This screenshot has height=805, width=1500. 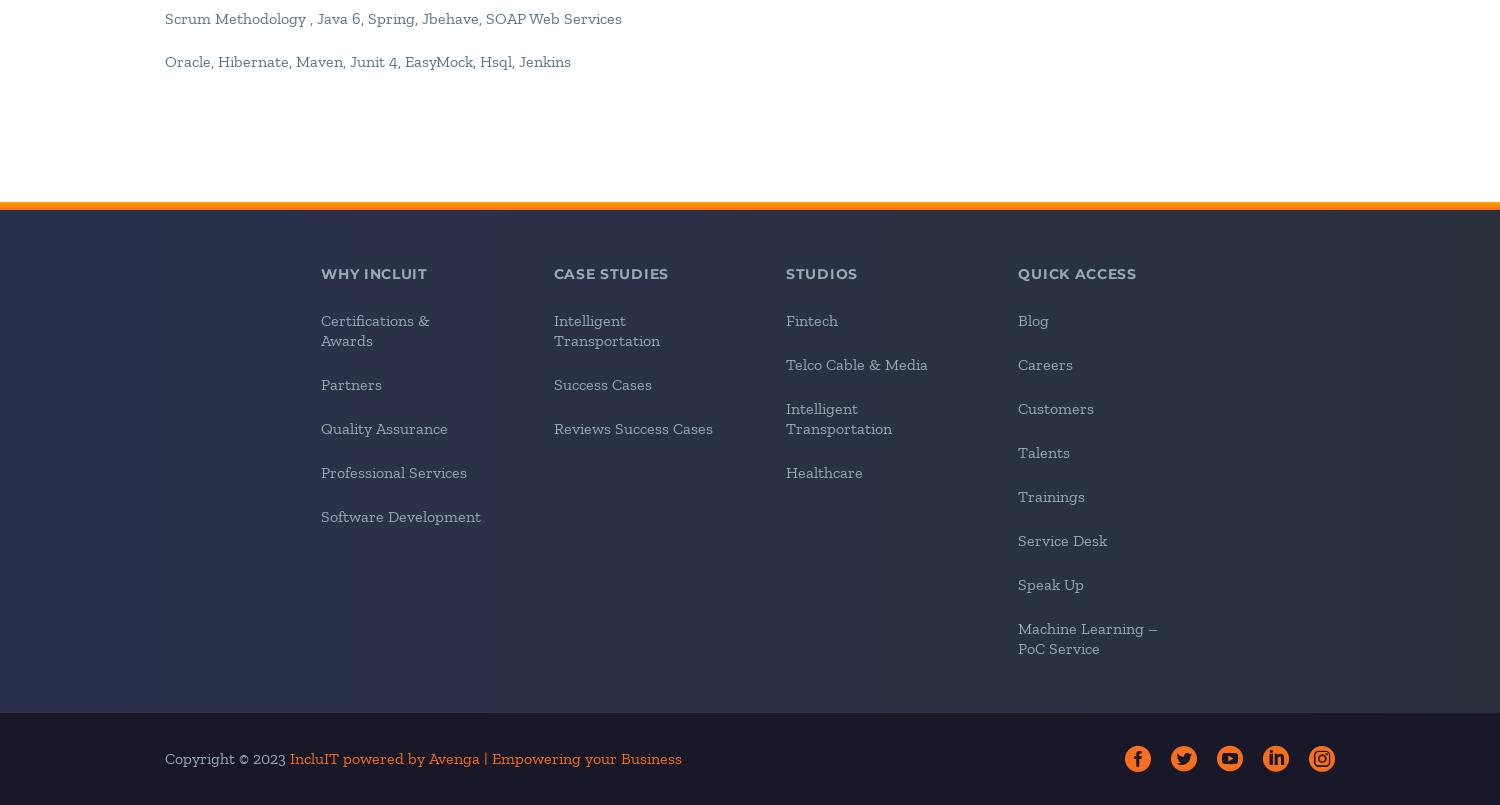 What do you see at coordinates (1062, 538) in the screenshot?
I see `'Service Desk'` at bounding box center [1062, 538].